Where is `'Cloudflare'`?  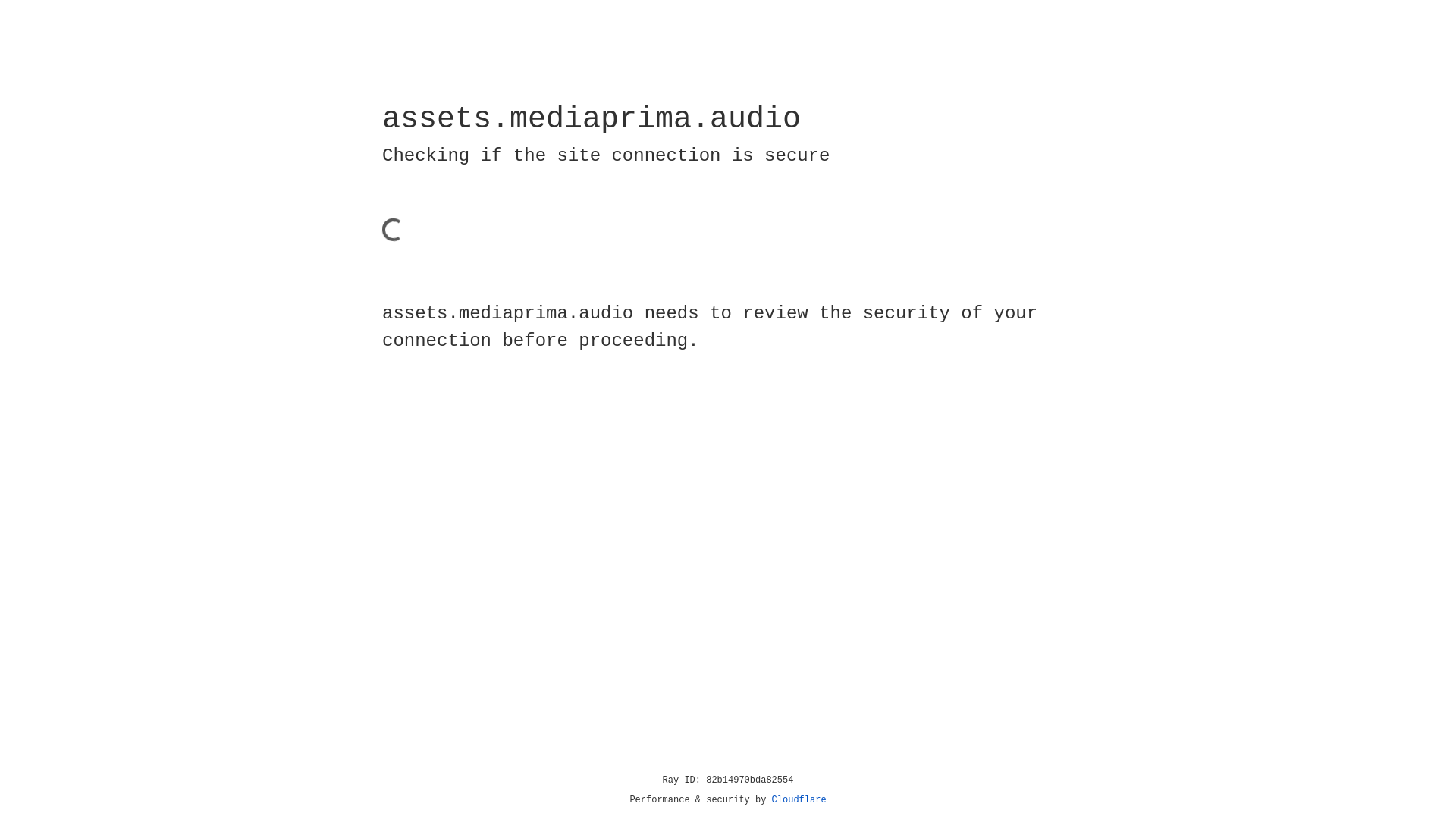 'Cloudflare' is located at coordinates (771, 799).